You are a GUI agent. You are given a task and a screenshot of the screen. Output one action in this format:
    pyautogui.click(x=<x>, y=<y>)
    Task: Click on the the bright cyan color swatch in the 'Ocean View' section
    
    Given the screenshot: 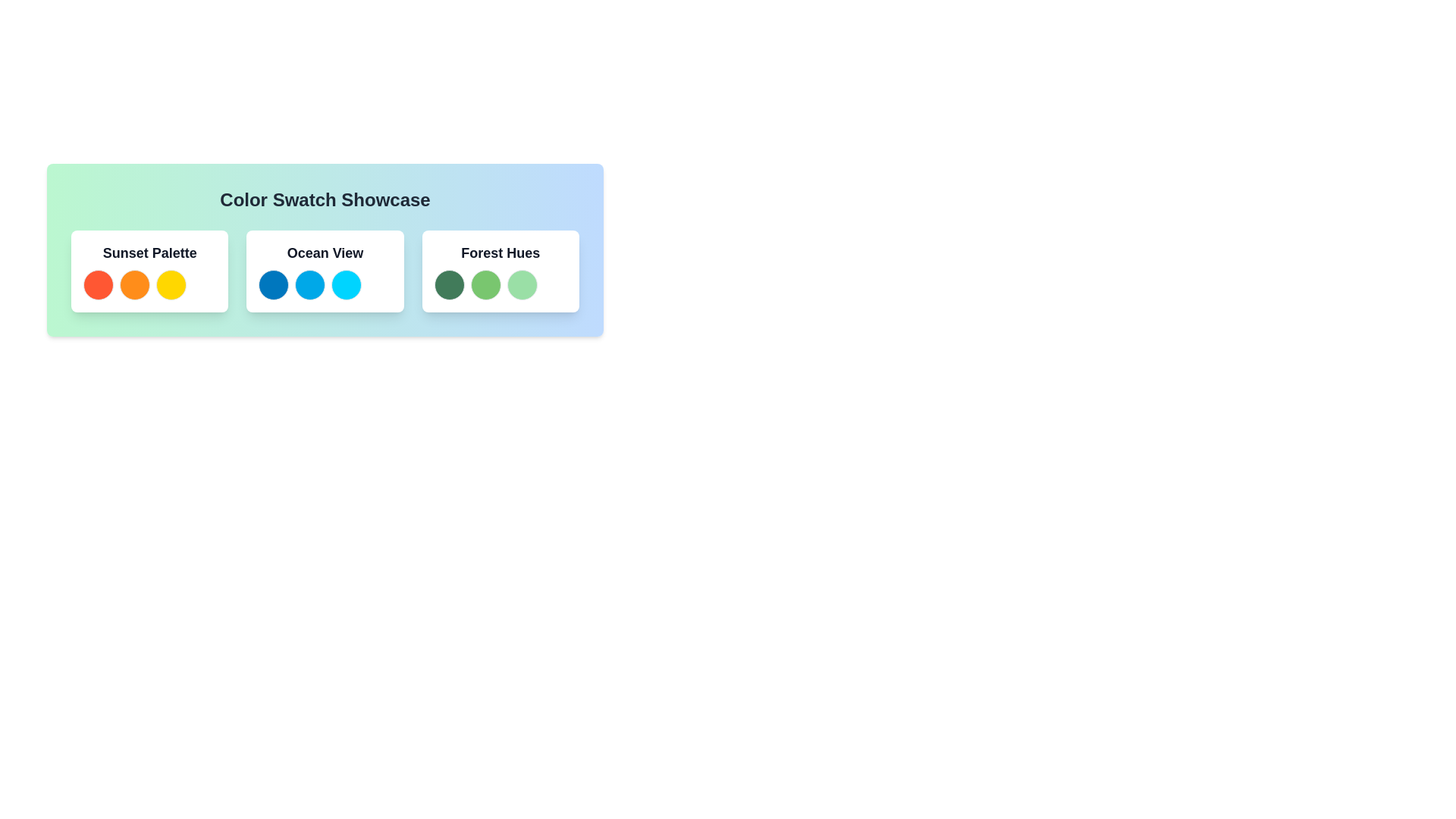 What is the action you would take?
    pyautogui.click(x=346, y=284)
    